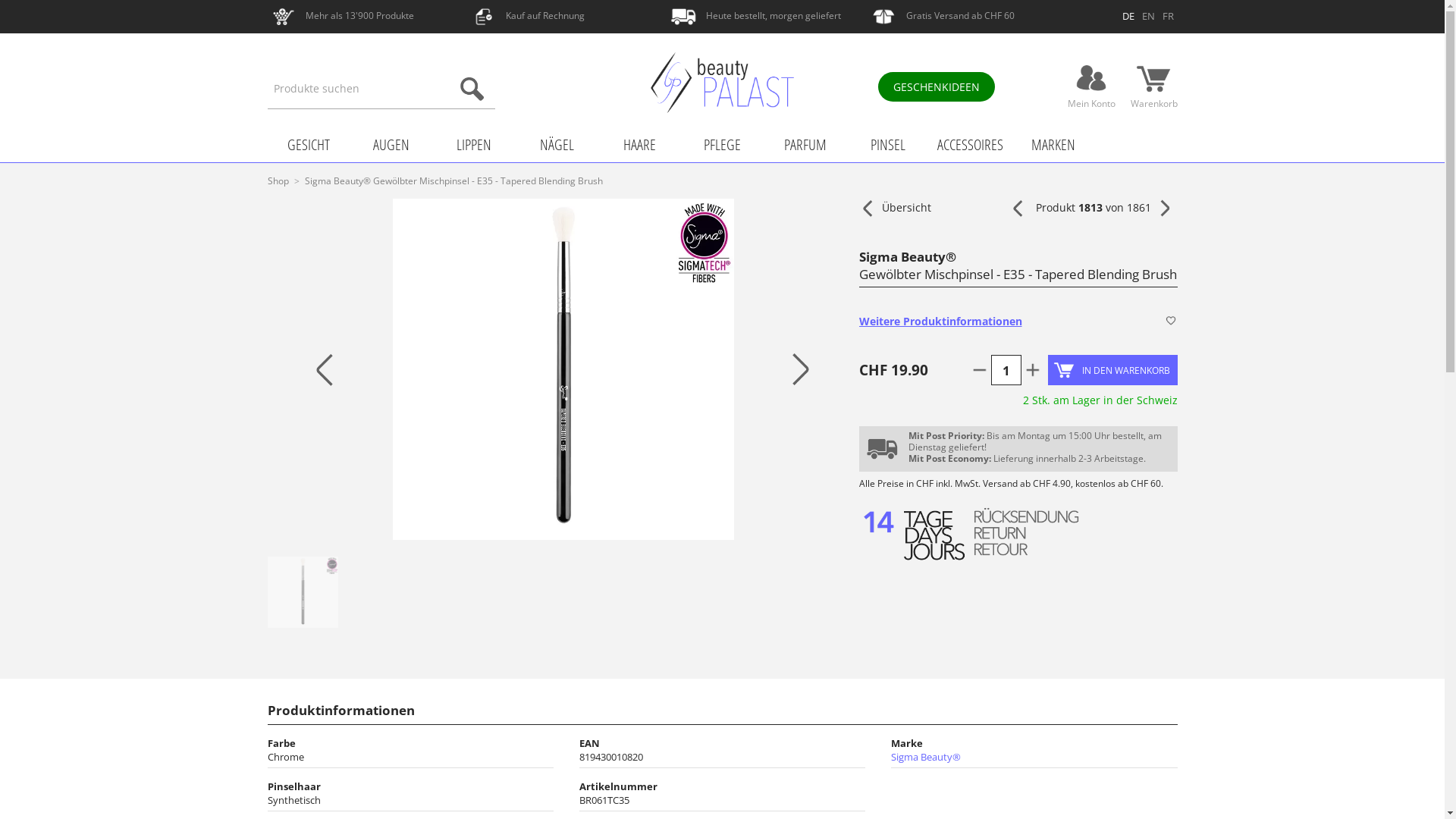  Describe the element at coordinates (1012, 146) in the screenshot. I see `'MARKEN'` at that location.